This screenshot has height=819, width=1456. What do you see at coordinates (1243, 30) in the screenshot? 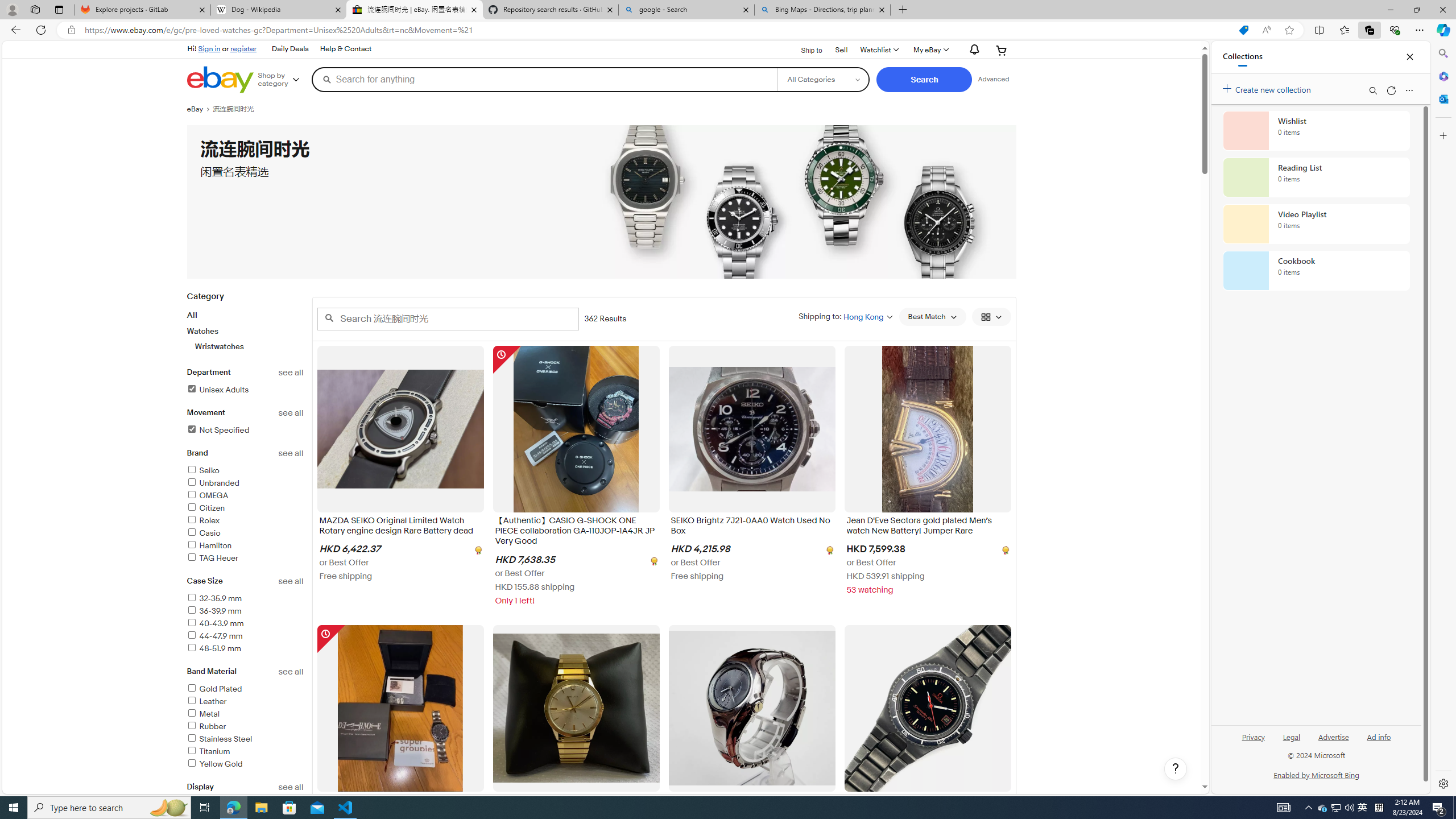
I see `'This site has coupons! Shopping in Microsoft Edge, 20'` at bounding box center [1243, 30].